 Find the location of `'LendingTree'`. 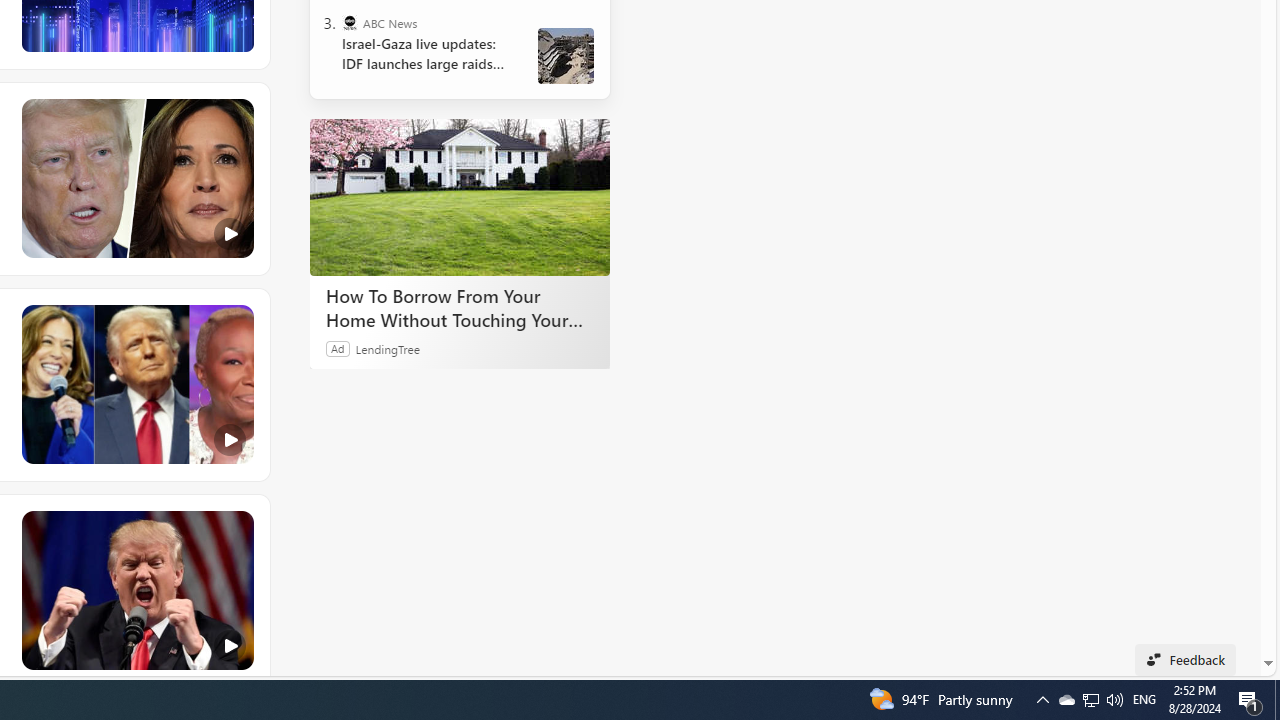

'LendingTree' is located at coordinates (387, 347).